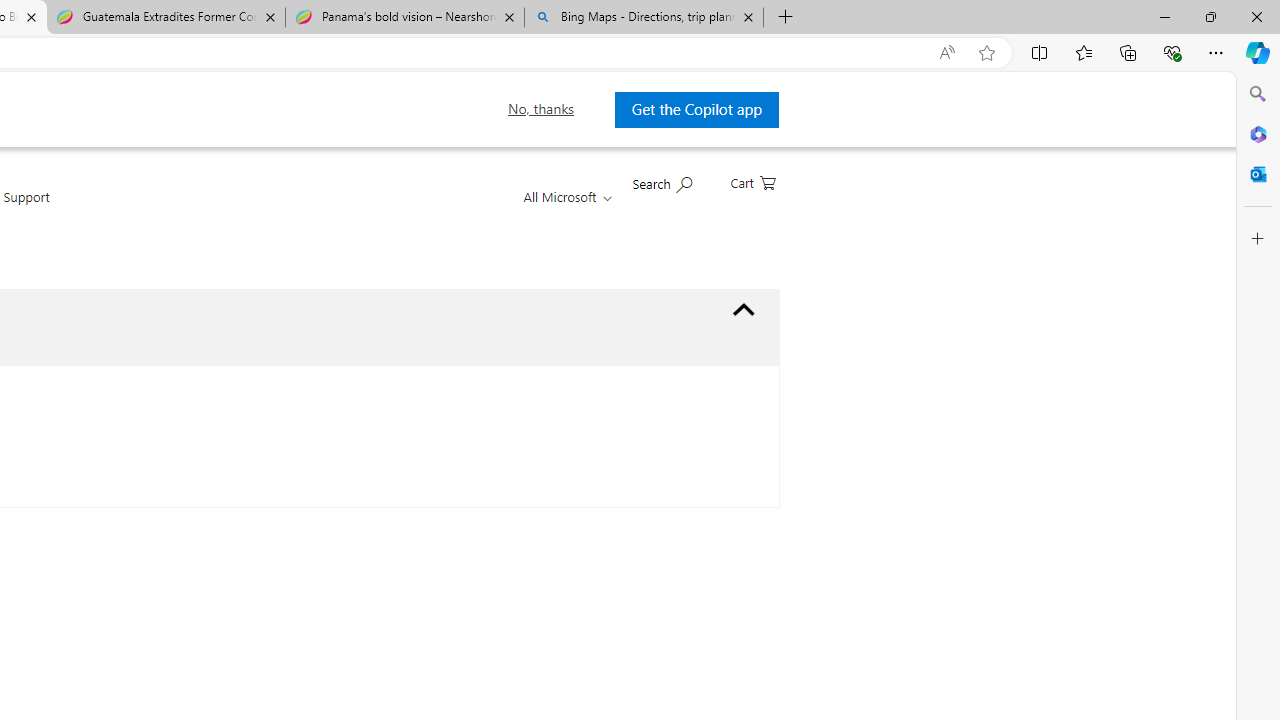 This screenshot has width=1280, height=720. What do you see at coordinates (743, 309) in the screenshot?
I see `'What product are you reporting on? no option selected'` at bounding box center [743, 309].